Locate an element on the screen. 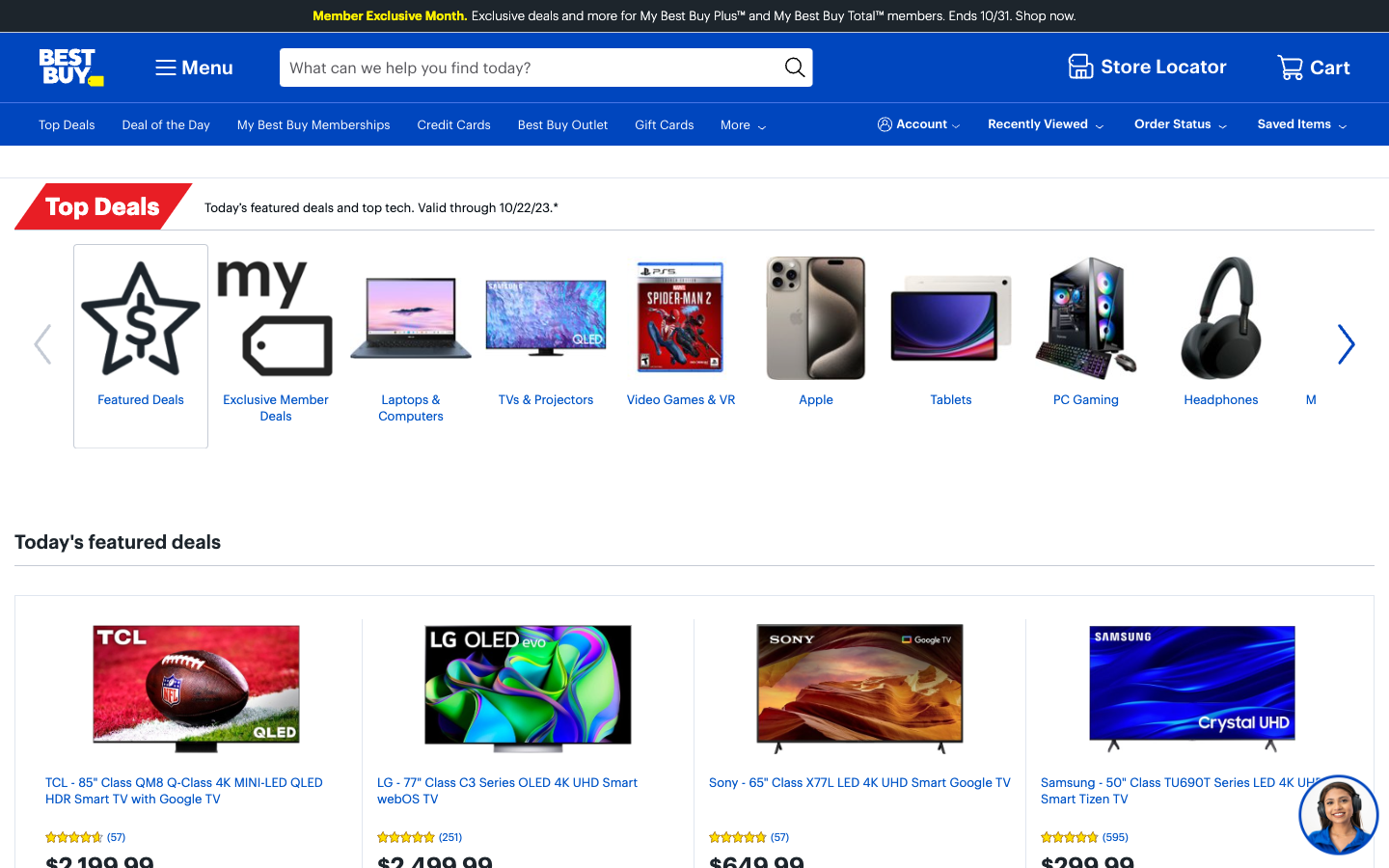 Image resolution: width=1389 pixels, height=868 pixels. To see more Top Deals, press the rightward pointing arrow is located at coordinates (1346, 346).